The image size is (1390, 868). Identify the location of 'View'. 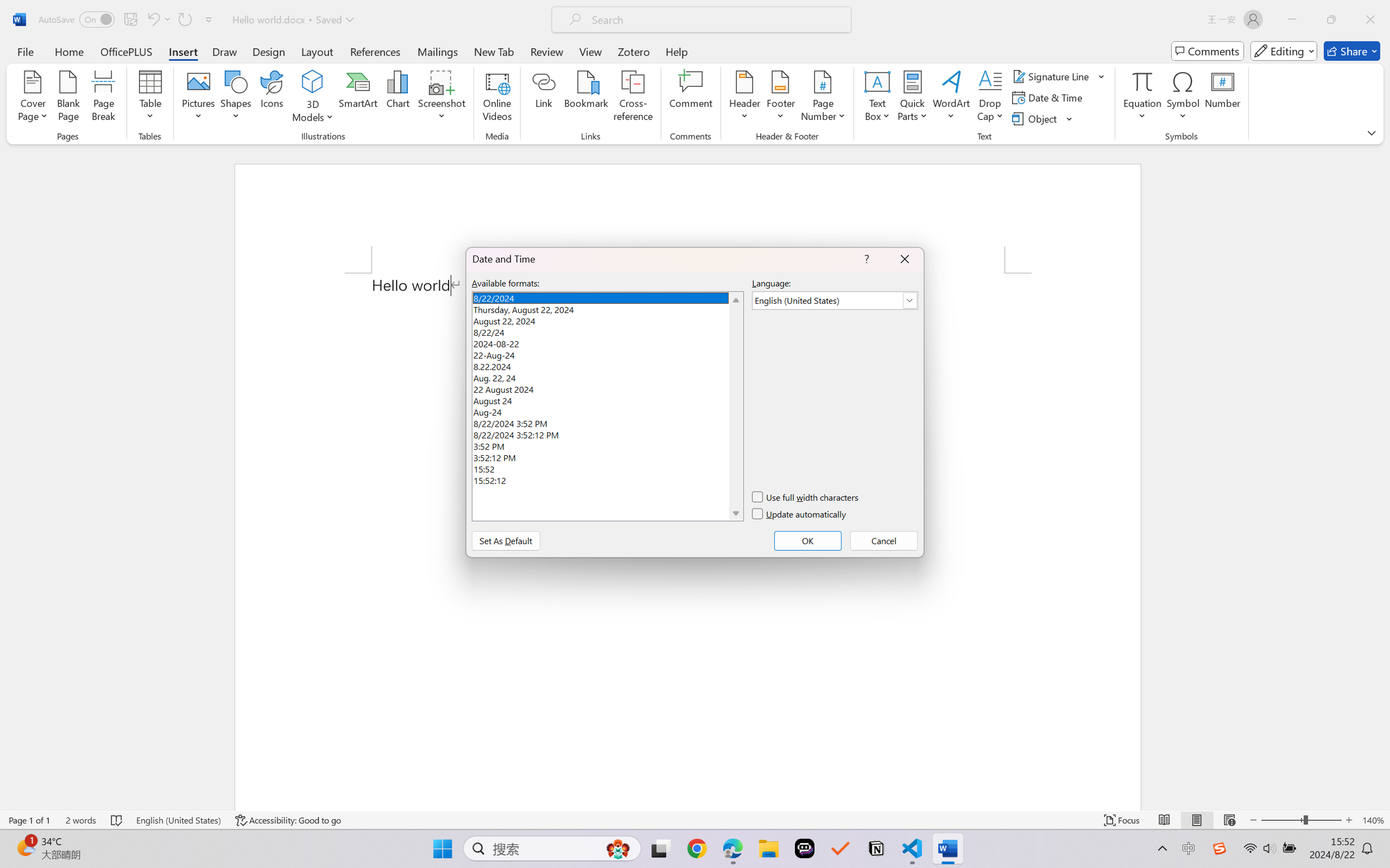
(590, 51).